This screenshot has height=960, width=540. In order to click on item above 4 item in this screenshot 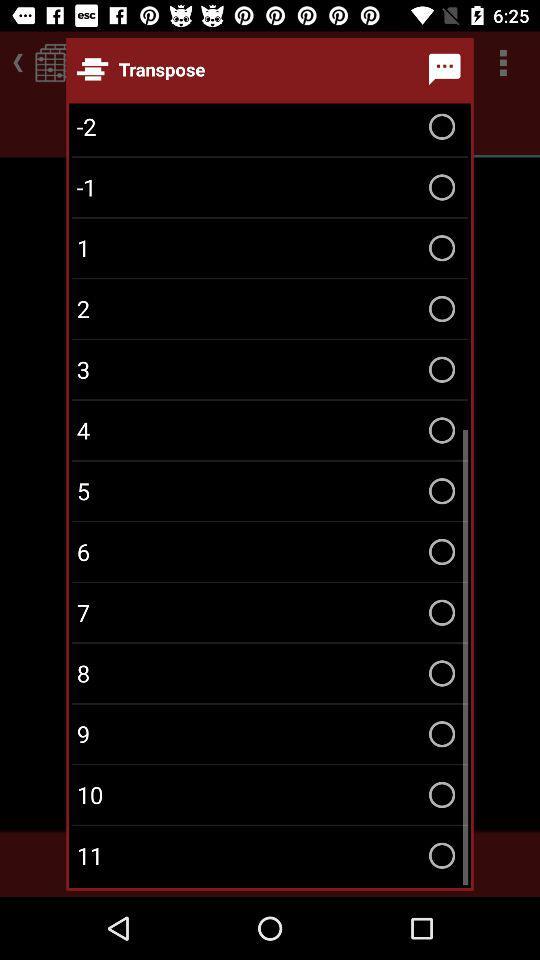, I will do `click(270, 368)`.